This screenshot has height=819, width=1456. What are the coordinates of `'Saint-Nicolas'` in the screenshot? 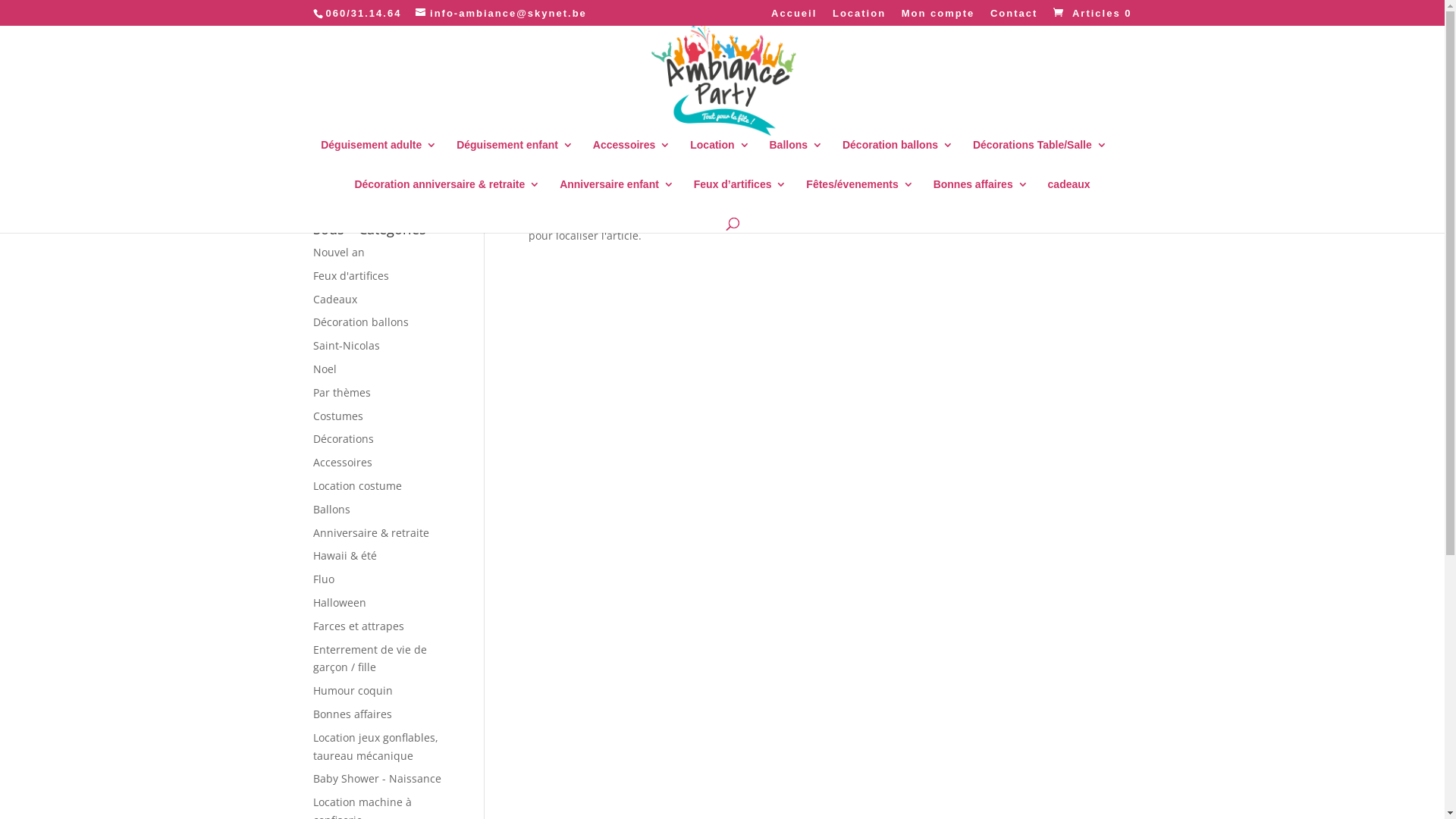 It's located at (345, 345).